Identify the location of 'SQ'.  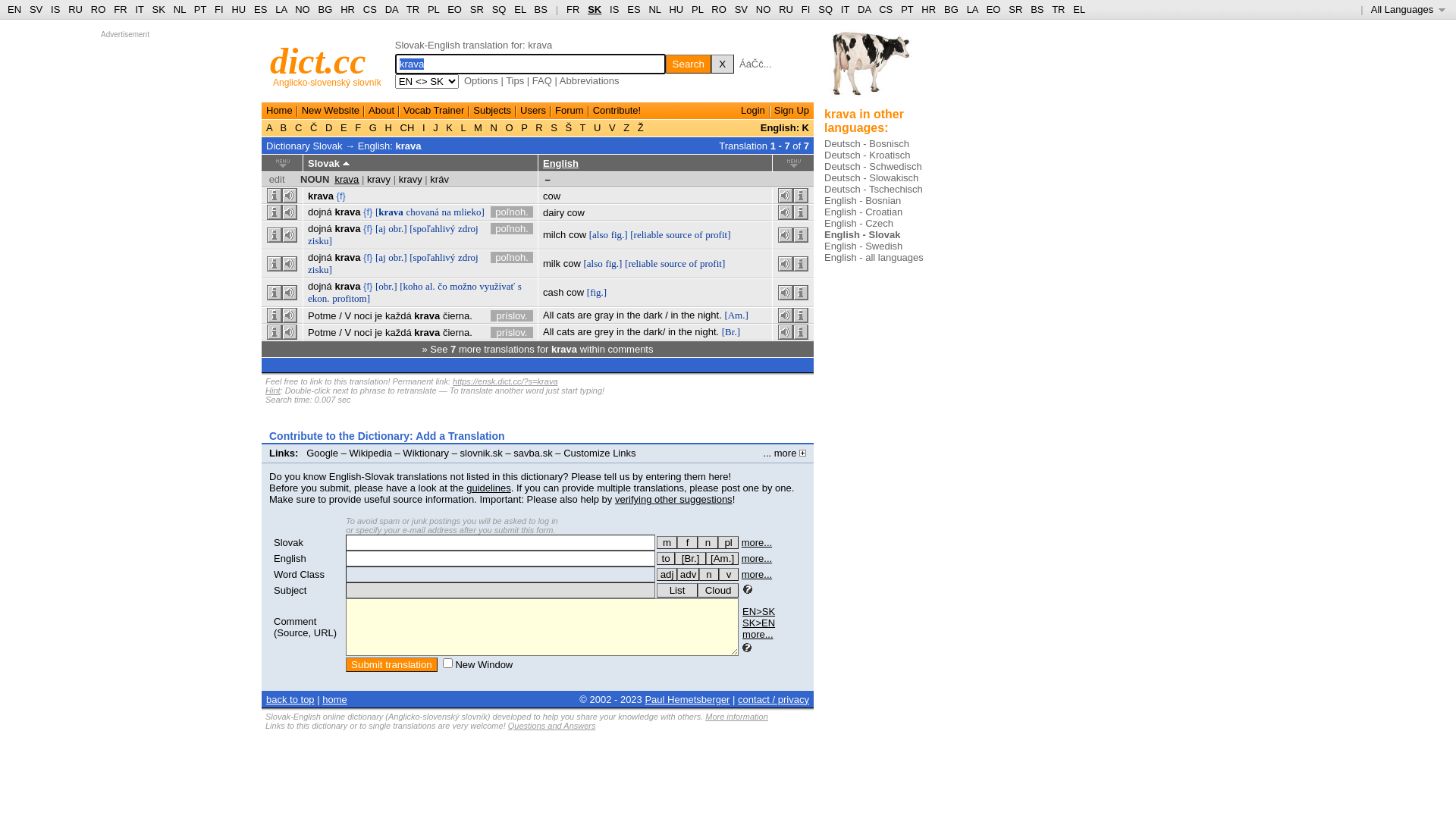
(499, 9).